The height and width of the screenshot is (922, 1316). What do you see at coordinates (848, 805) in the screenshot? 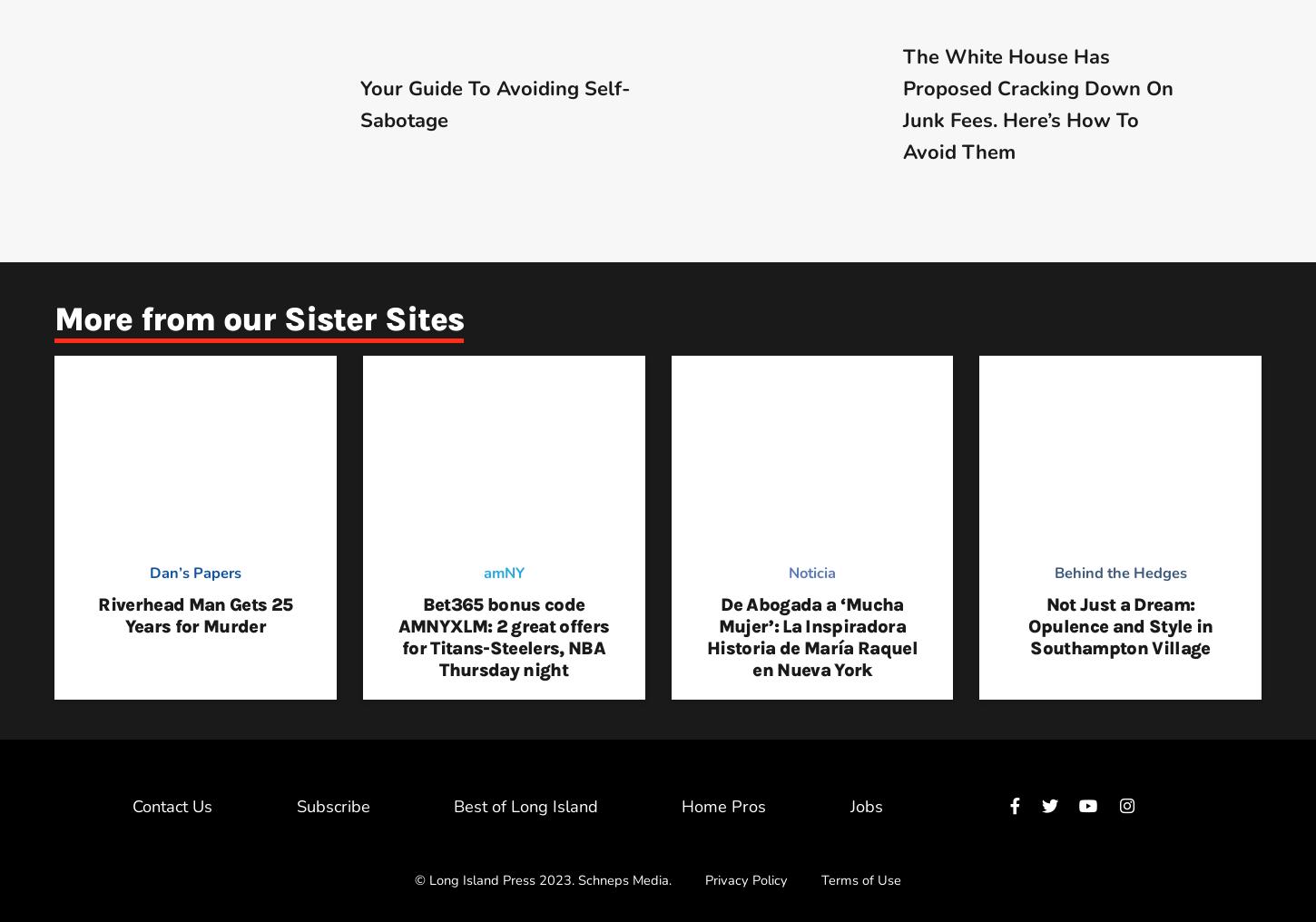
I see `'Jobs'` at bounding box center [848, 805].